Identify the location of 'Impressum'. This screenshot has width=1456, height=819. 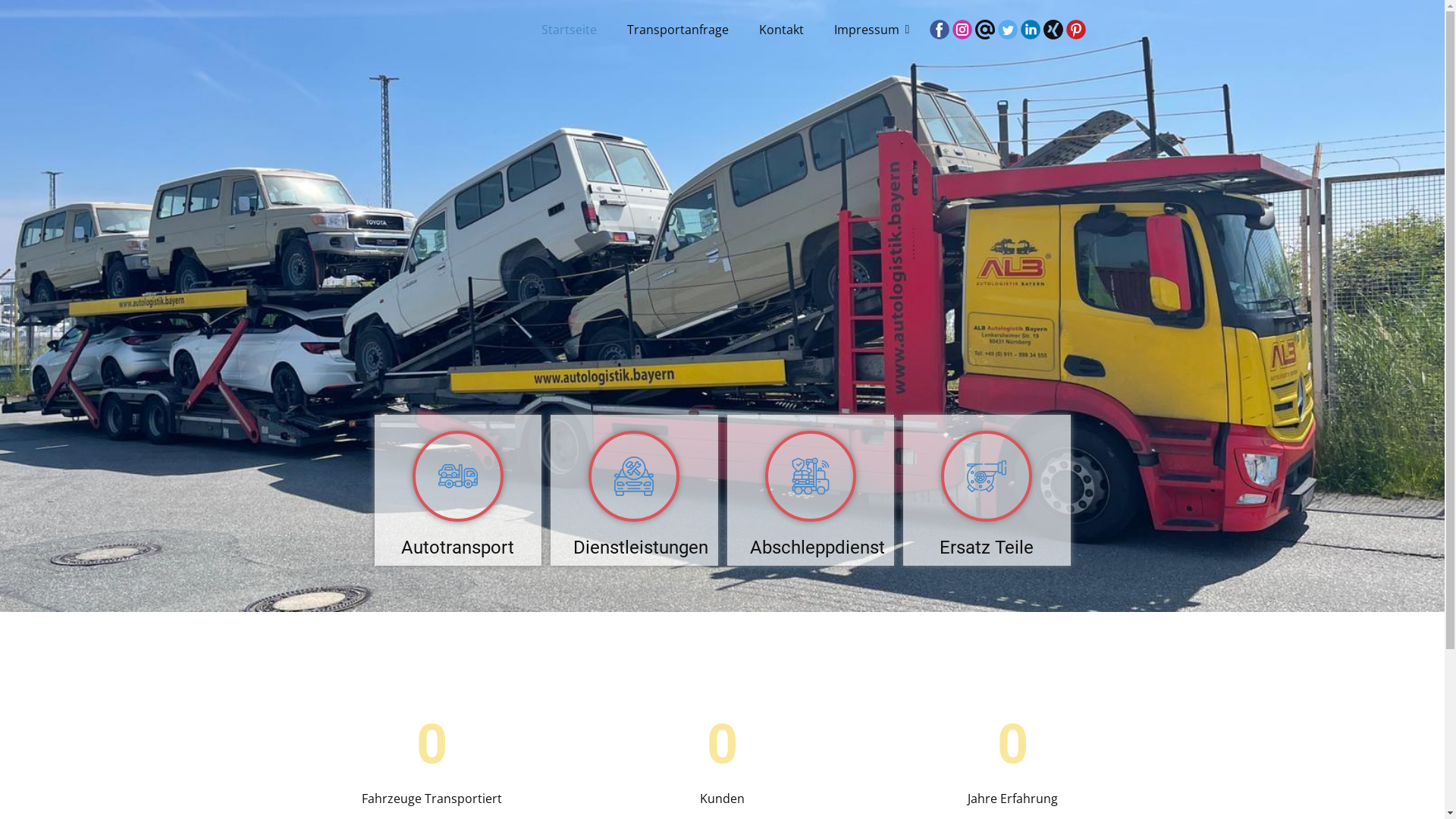
(869, 29).